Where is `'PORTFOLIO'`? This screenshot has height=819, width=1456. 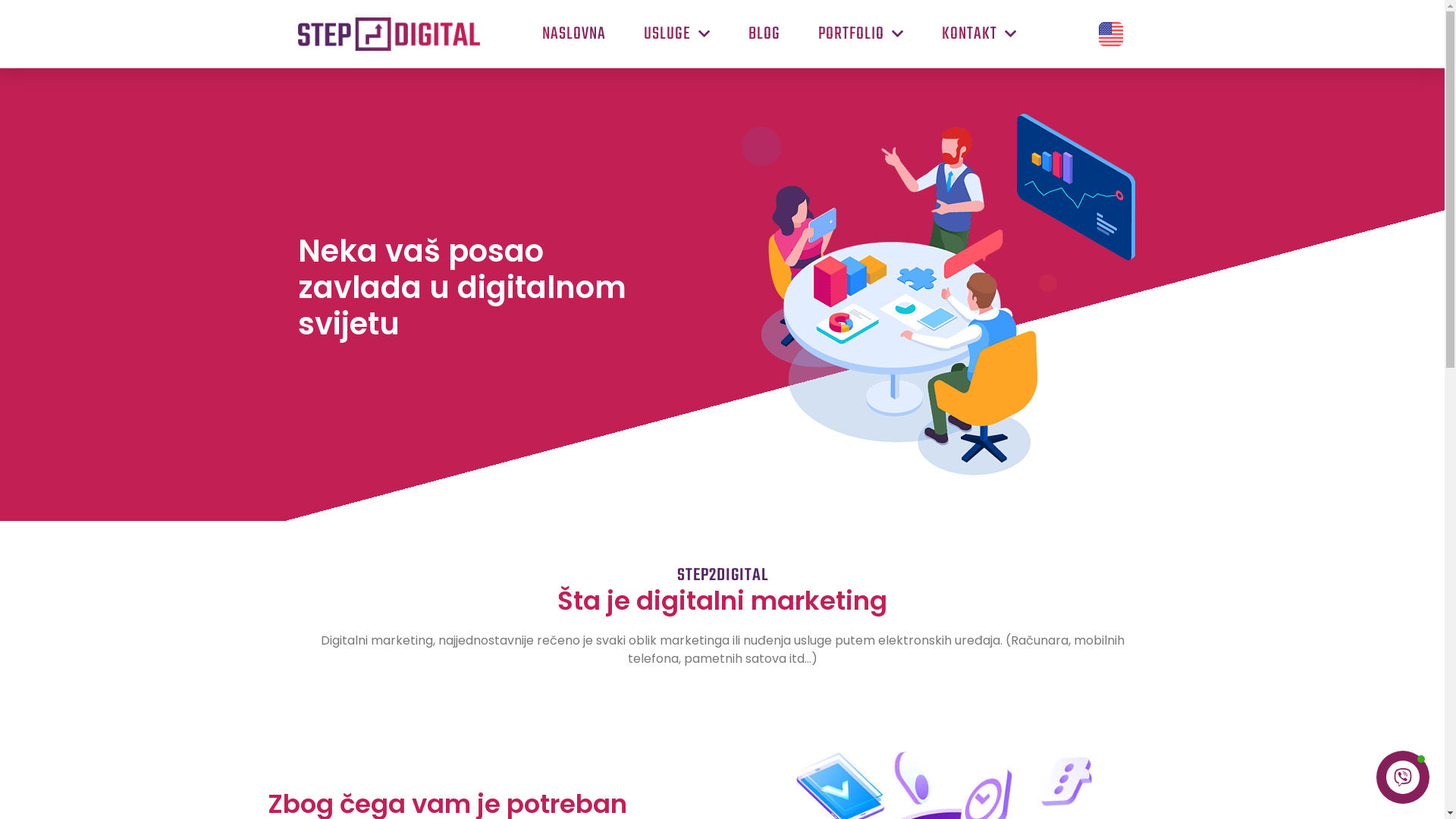
'PORTFOLIO' is located at coordinates (861, 34).